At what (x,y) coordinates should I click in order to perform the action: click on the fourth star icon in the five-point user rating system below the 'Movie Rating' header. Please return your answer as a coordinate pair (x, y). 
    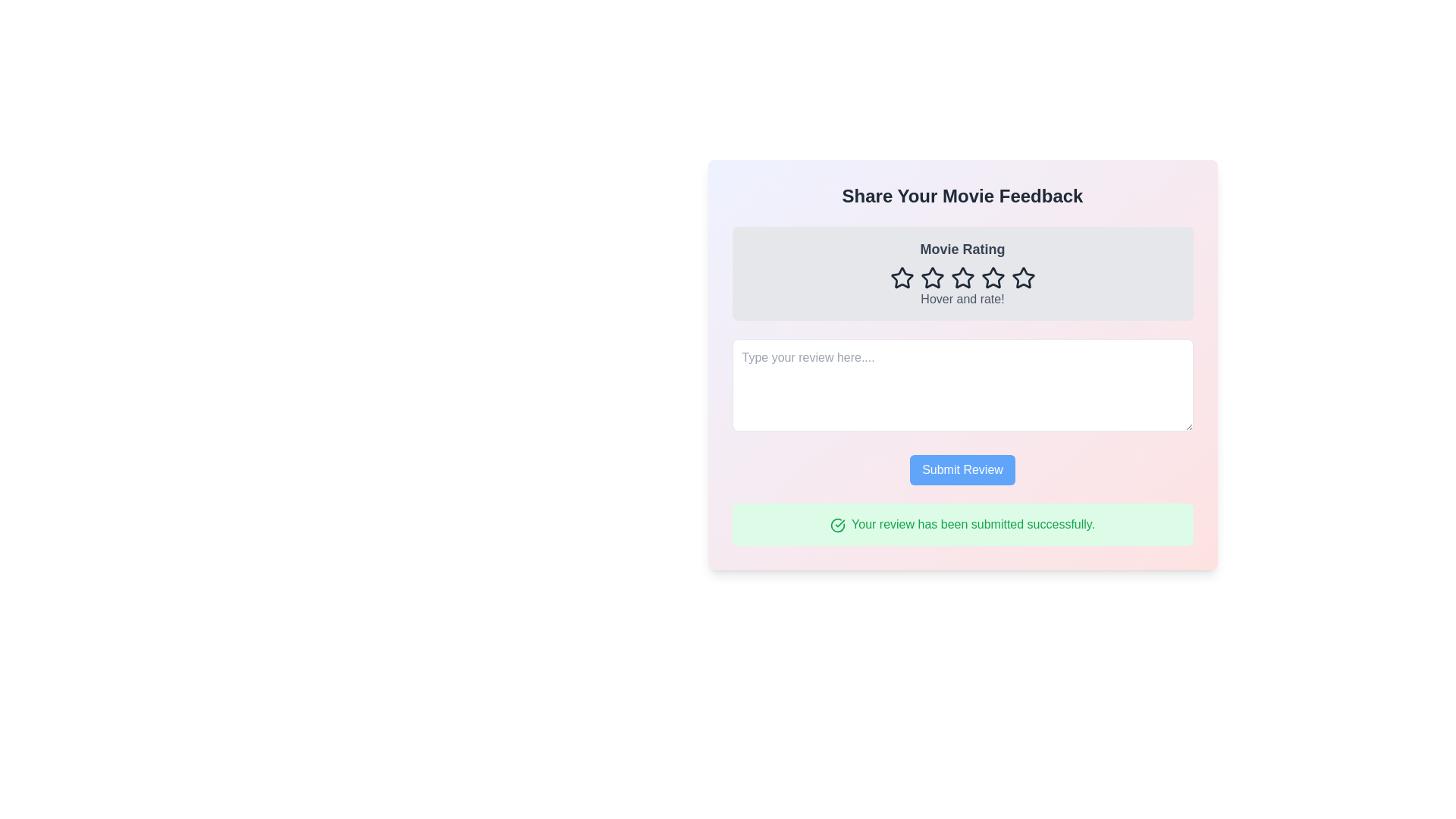
    Looking at the image, I should click on (993, 278).